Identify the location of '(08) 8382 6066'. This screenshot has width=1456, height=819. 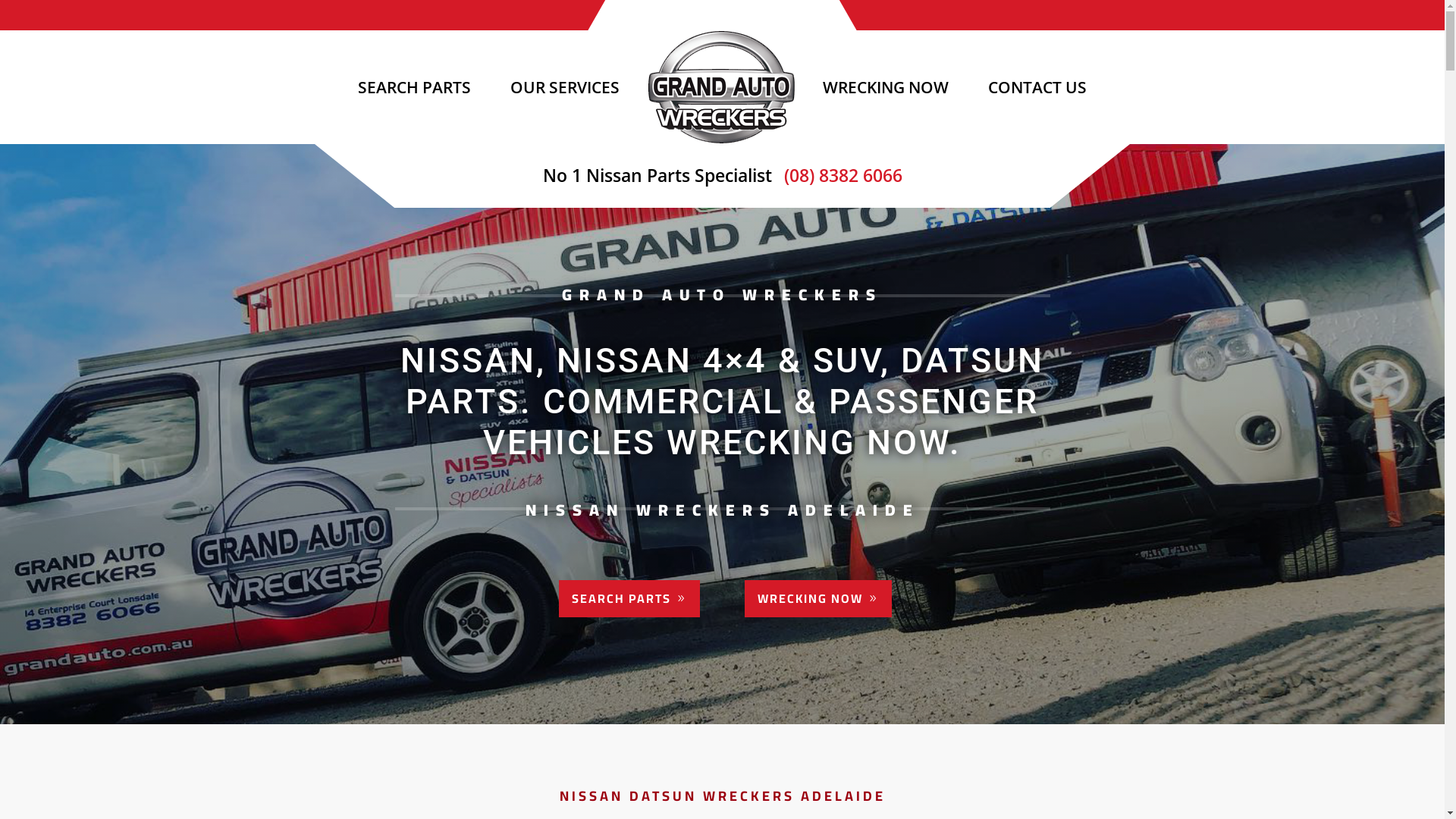
(839, 174).